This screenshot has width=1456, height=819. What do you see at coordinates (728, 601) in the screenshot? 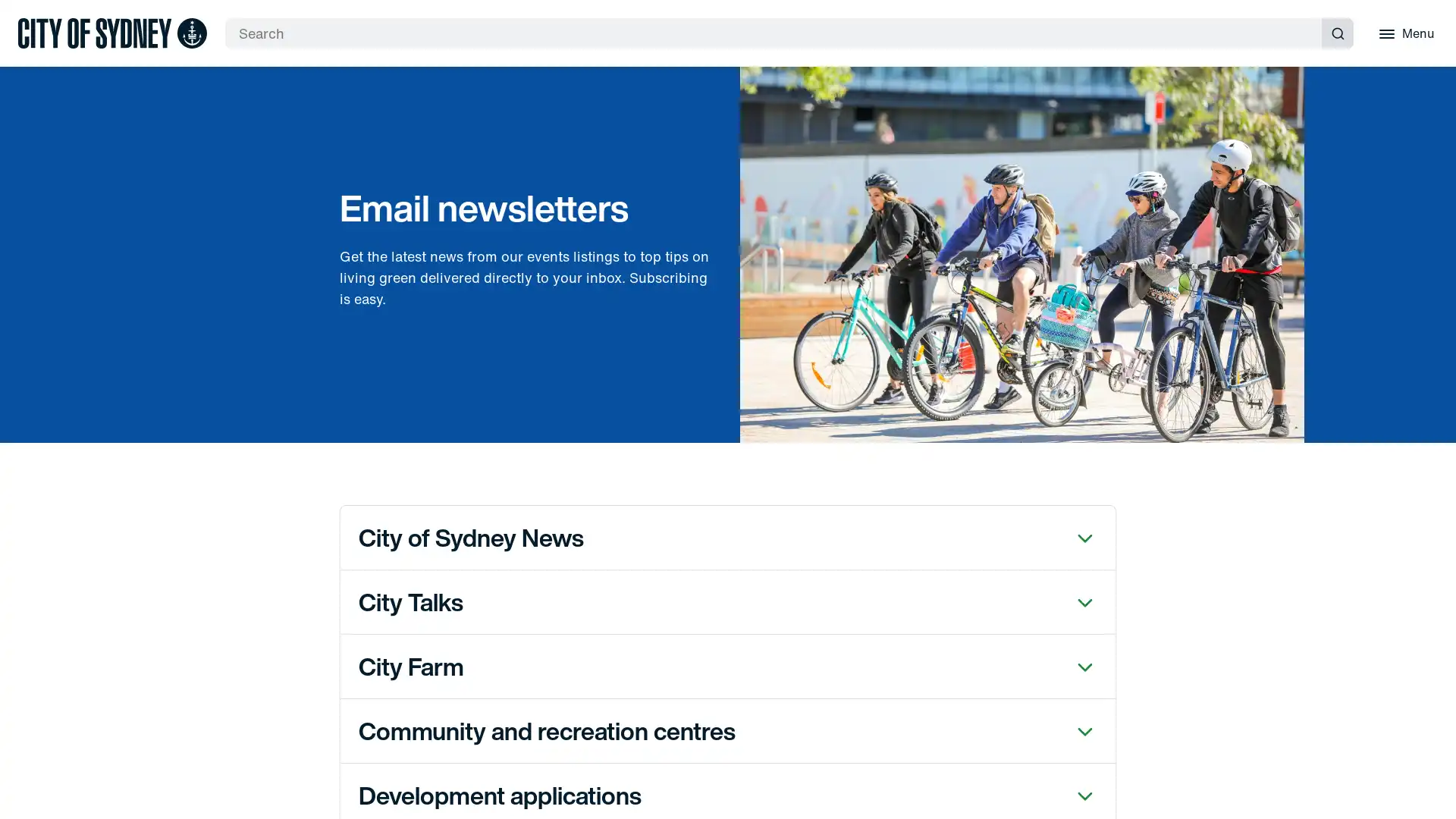
I see `City Talks` at bounding box center [728, 601].